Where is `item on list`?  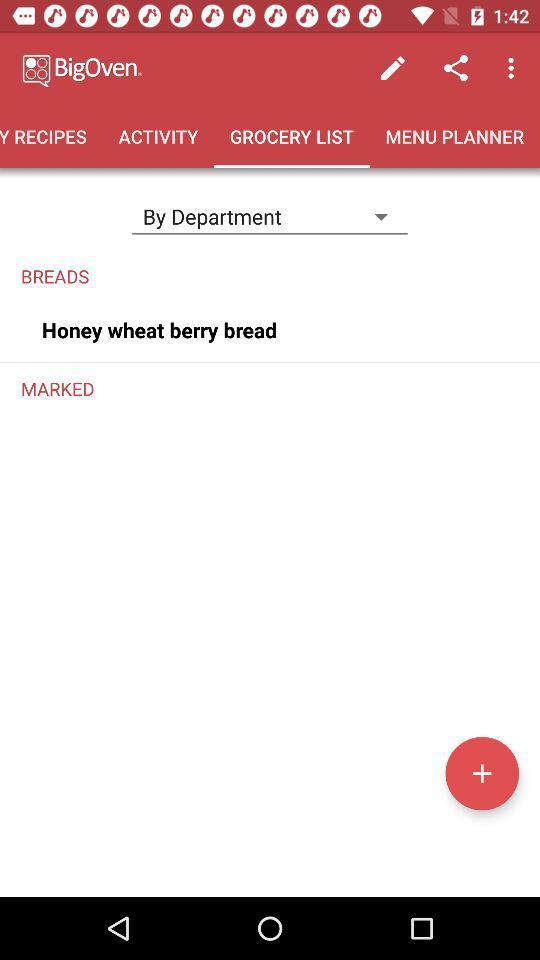
item on list is located at coordinates (481, 772).